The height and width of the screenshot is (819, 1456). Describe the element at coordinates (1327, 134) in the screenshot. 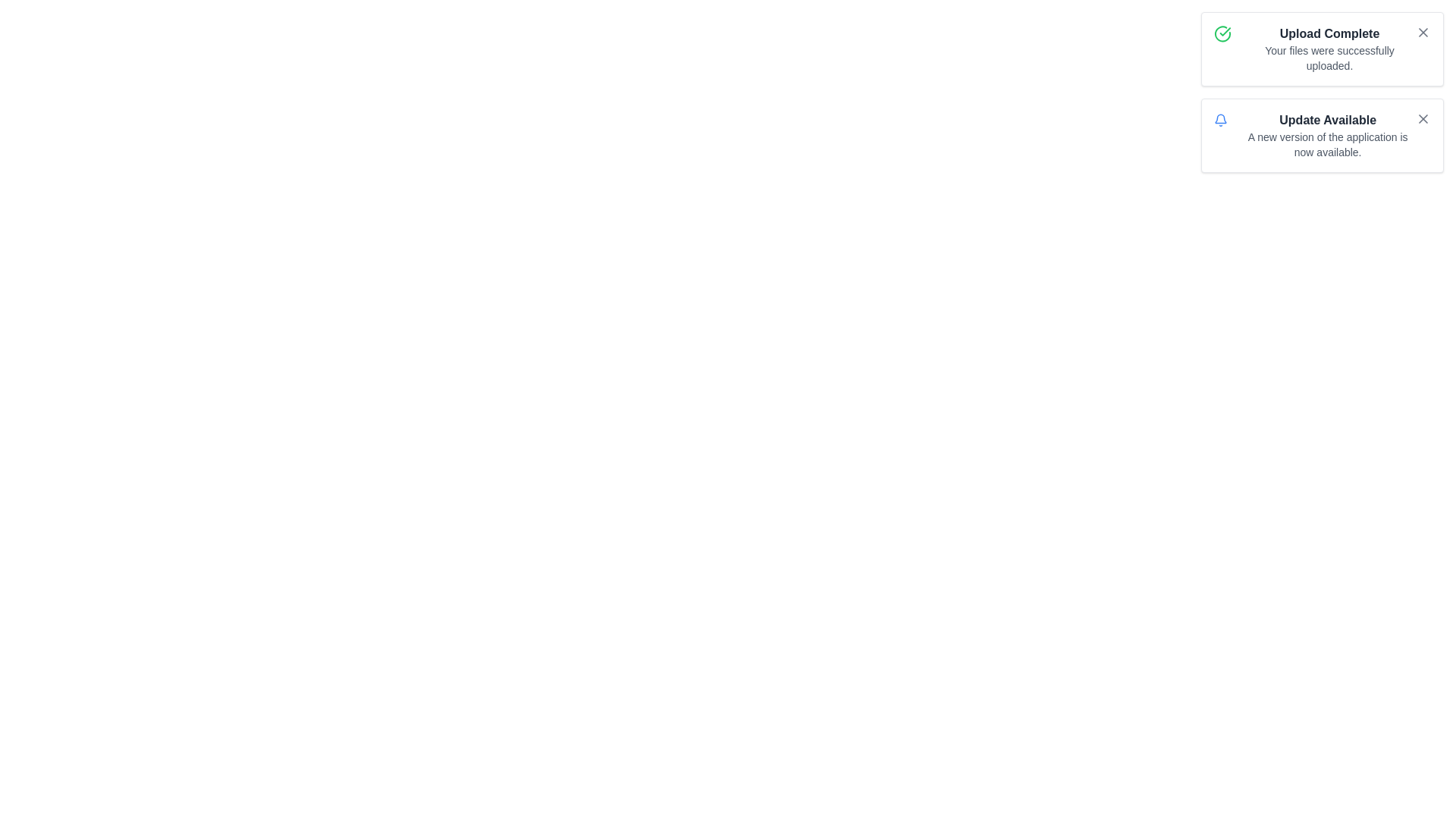

I see `the 'Update Available' notification text display located in the top-right corner of the interface, which contains bold text indicating an update and additional details below it` at that location.